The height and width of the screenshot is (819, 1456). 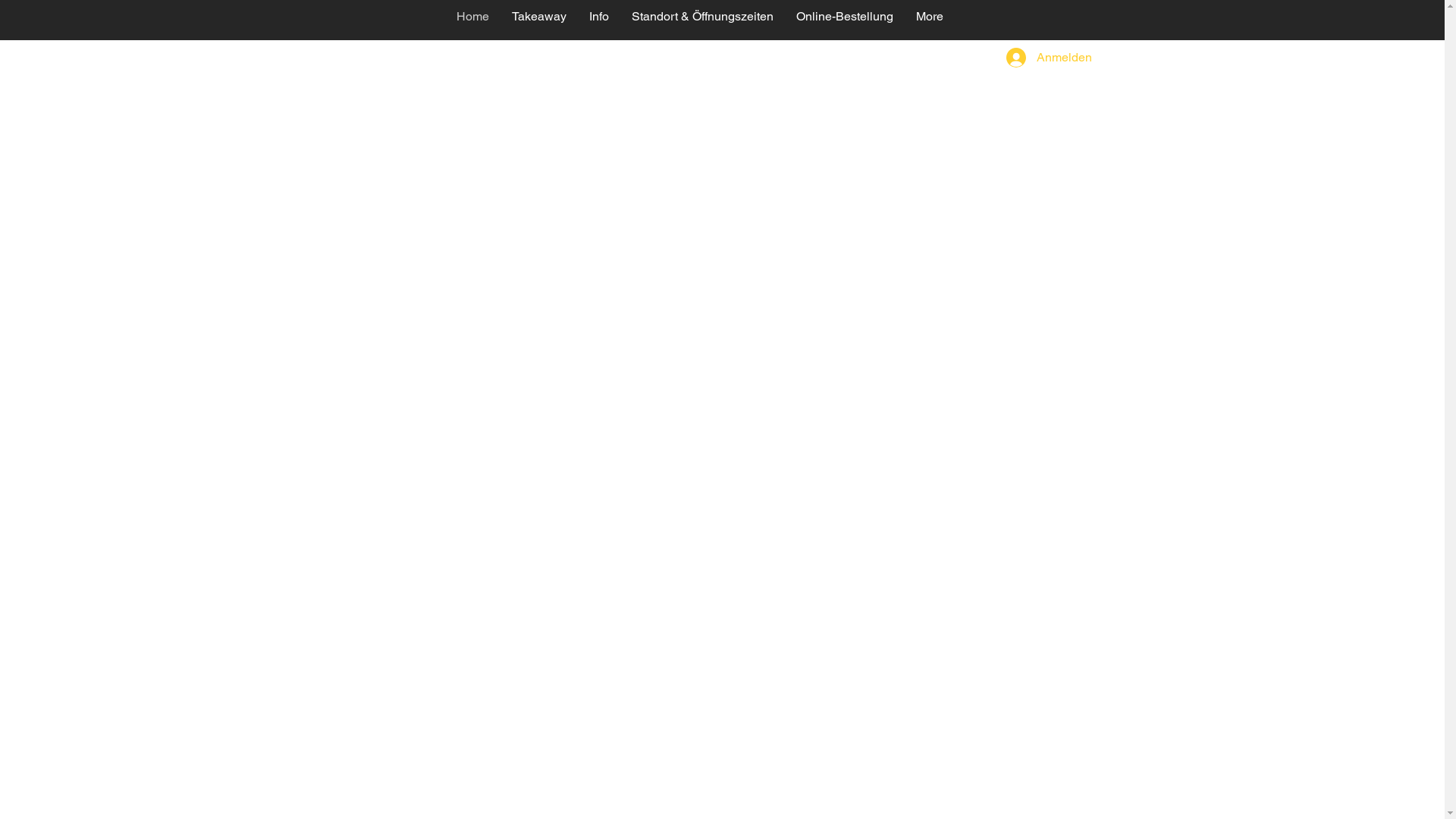 I want to click on 'Online-Bestellung', so click(x=783, y=19).